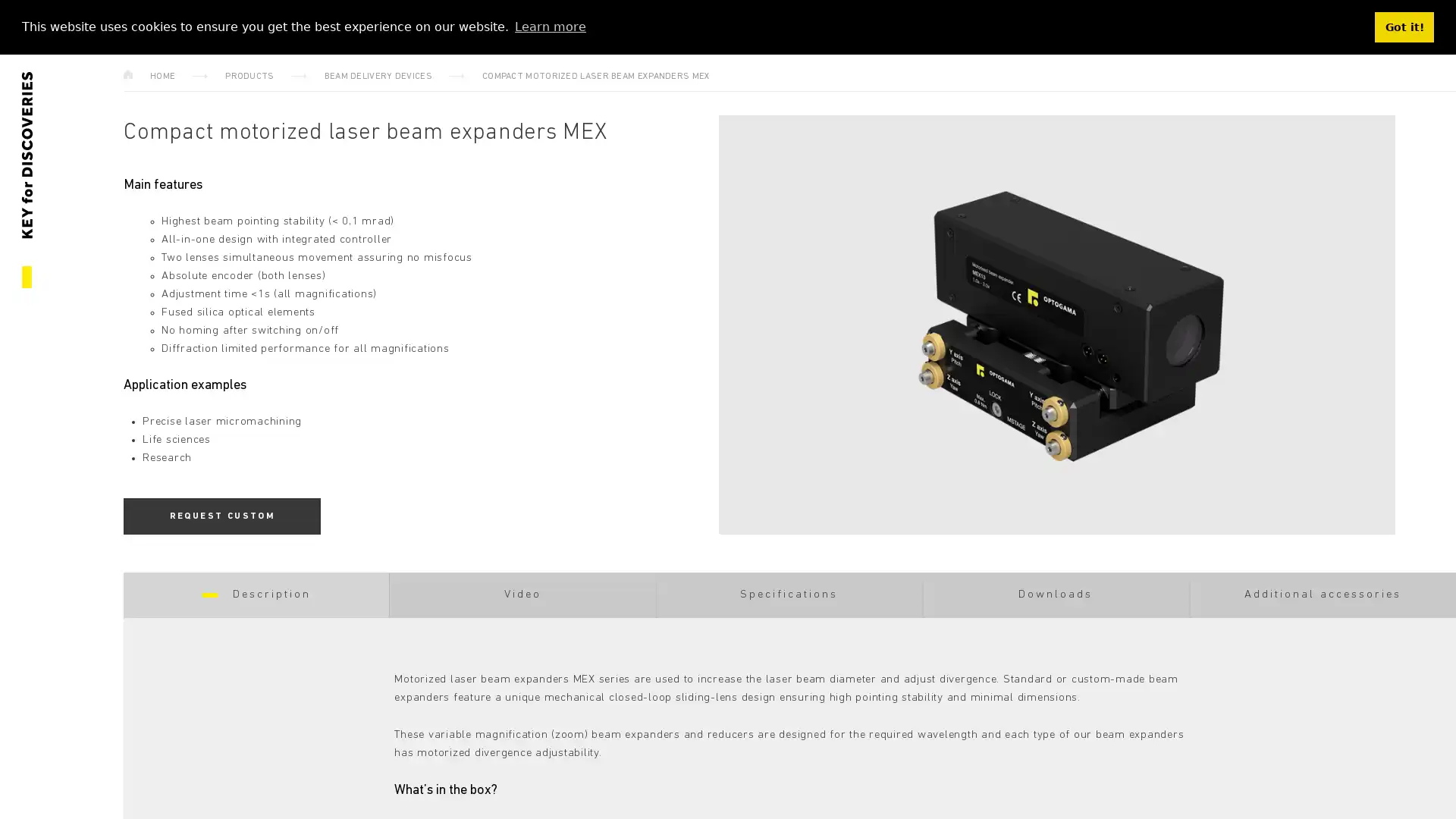  What do you see at coordinates (549, 26) in the screenshot?
I see `learn more about cookies` at bounding box center [549, 26].